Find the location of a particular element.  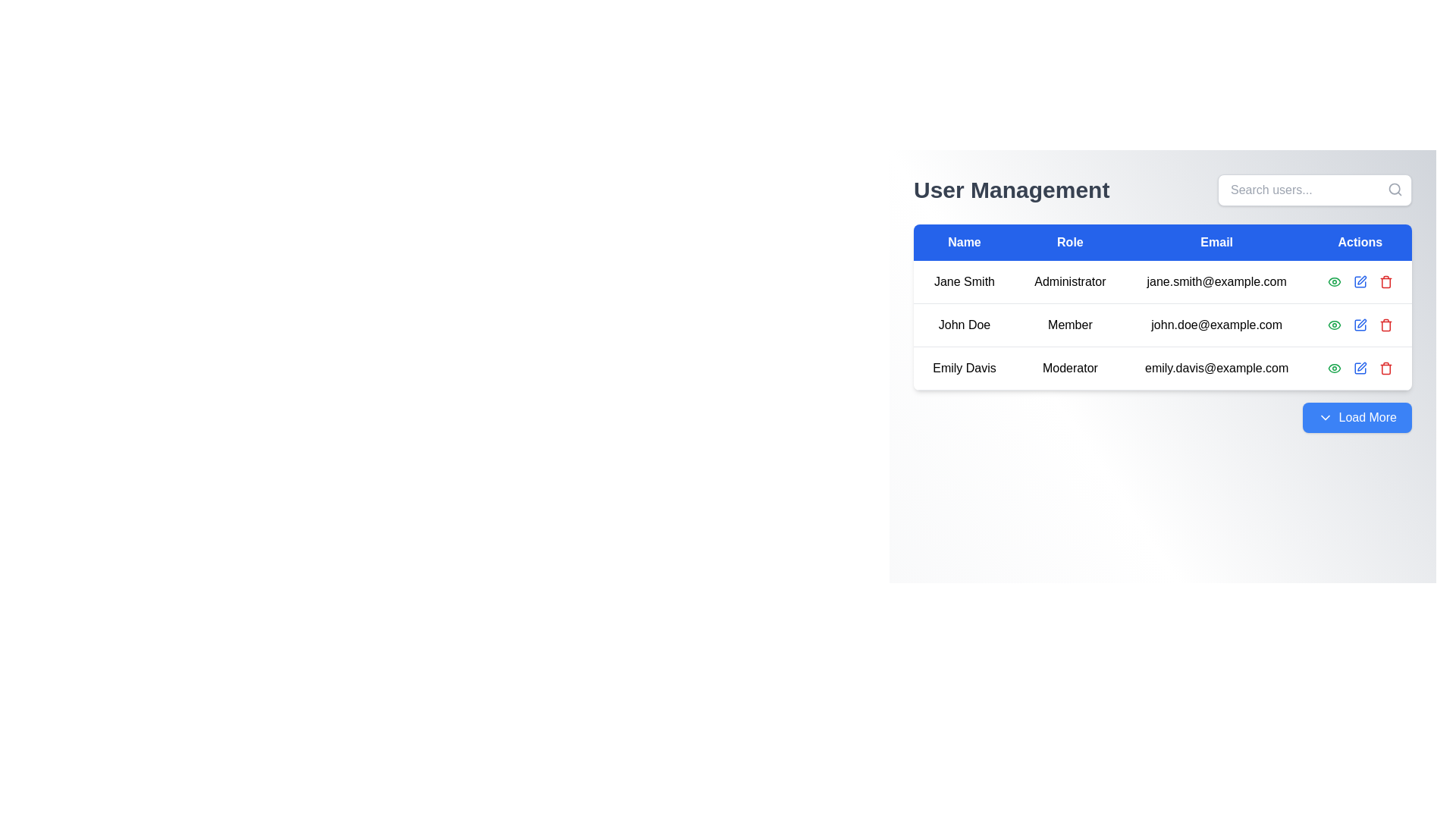

the pen icon in the Actions column of the user management table for user 'Emily Davis' is located at coordinates (1361, 366).